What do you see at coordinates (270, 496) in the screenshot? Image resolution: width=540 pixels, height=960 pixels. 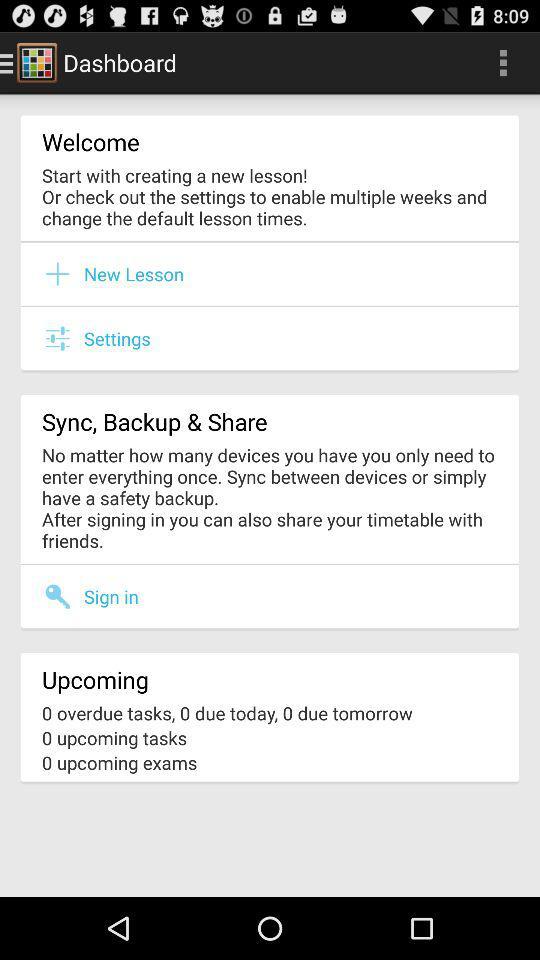 I see `the item below the sync, backup & share` at bounding box center [270, 496].